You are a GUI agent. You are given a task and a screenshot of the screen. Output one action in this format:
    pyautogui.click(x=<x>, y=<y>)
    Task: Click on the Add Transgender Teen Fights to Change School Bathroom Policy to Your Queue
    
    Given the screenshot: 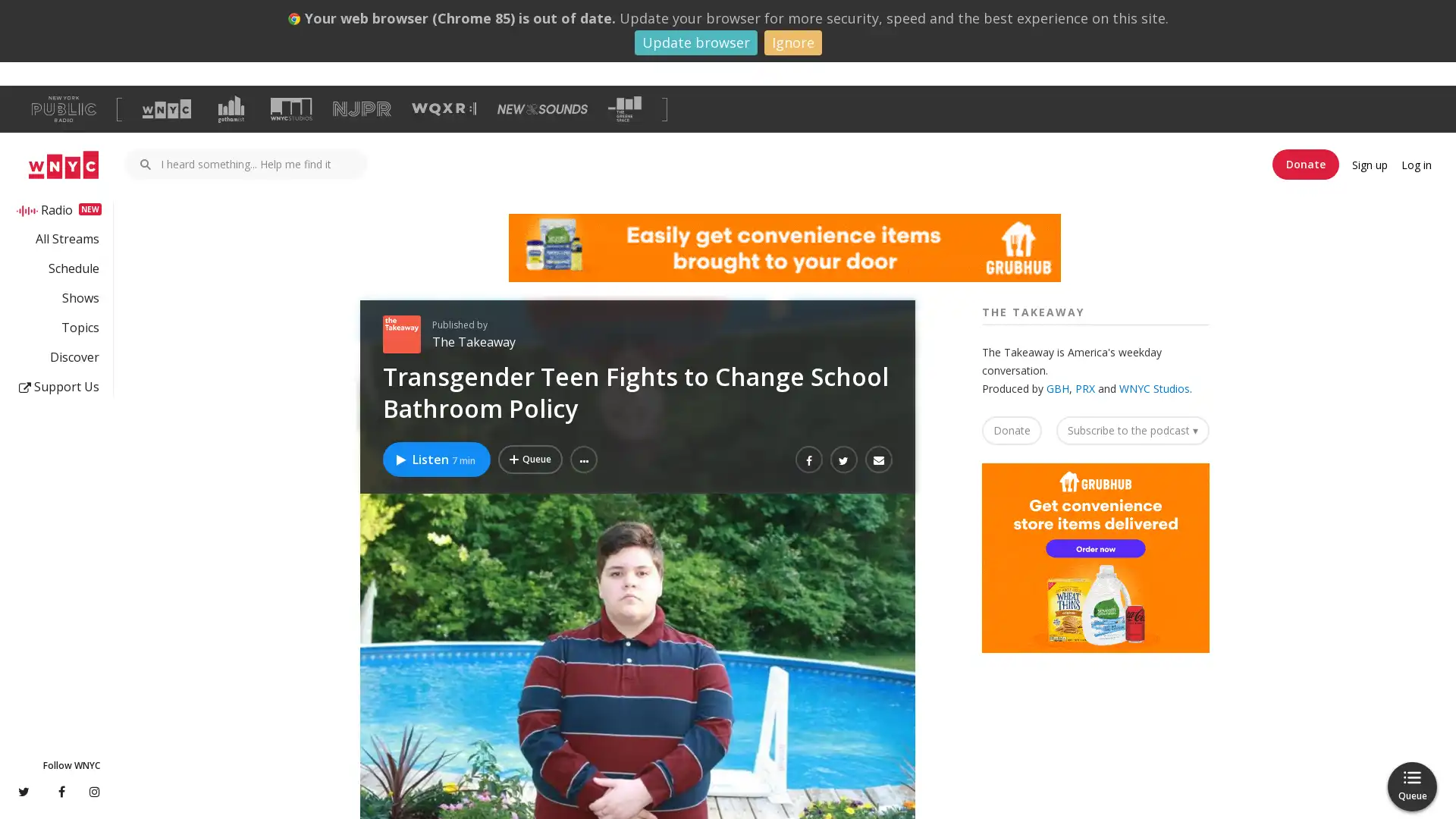 What is the action you would take?
    pyautogui.click(x=530, y=458)
    